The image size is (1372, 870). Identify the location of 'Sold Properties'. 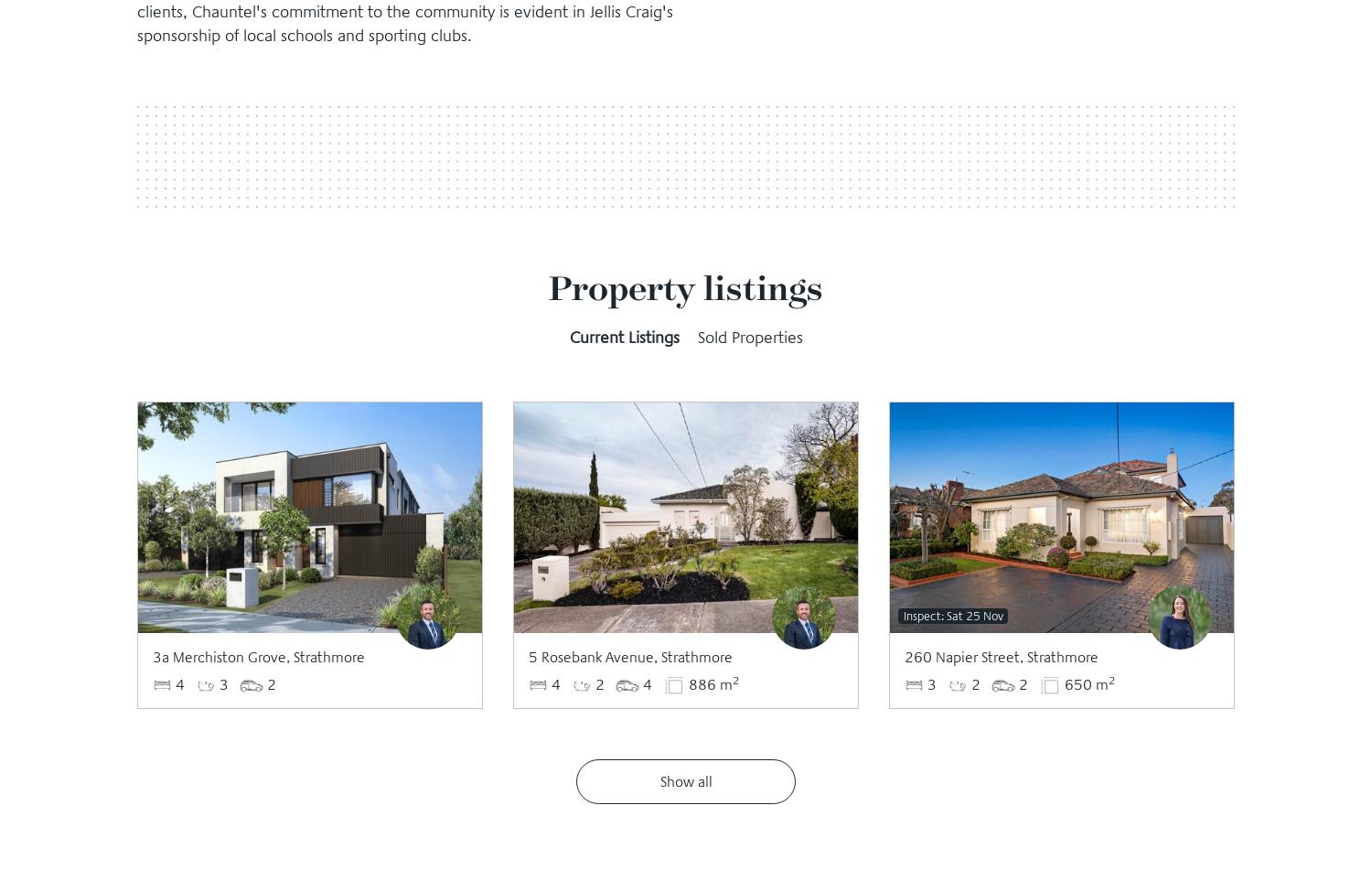
(748, 337).